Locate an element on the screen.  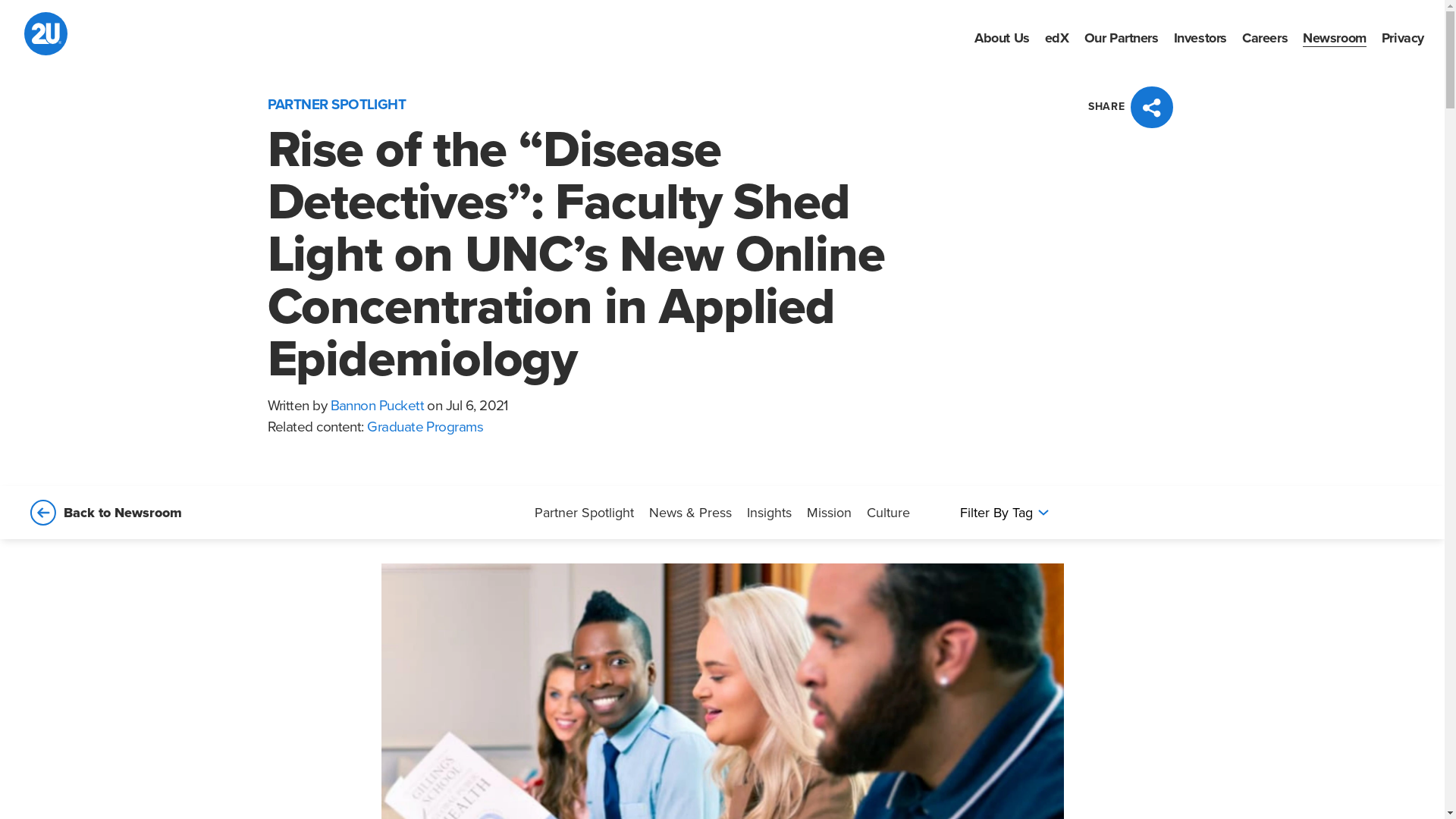
'Graduate Programs' is located at coordinates (425, 427).